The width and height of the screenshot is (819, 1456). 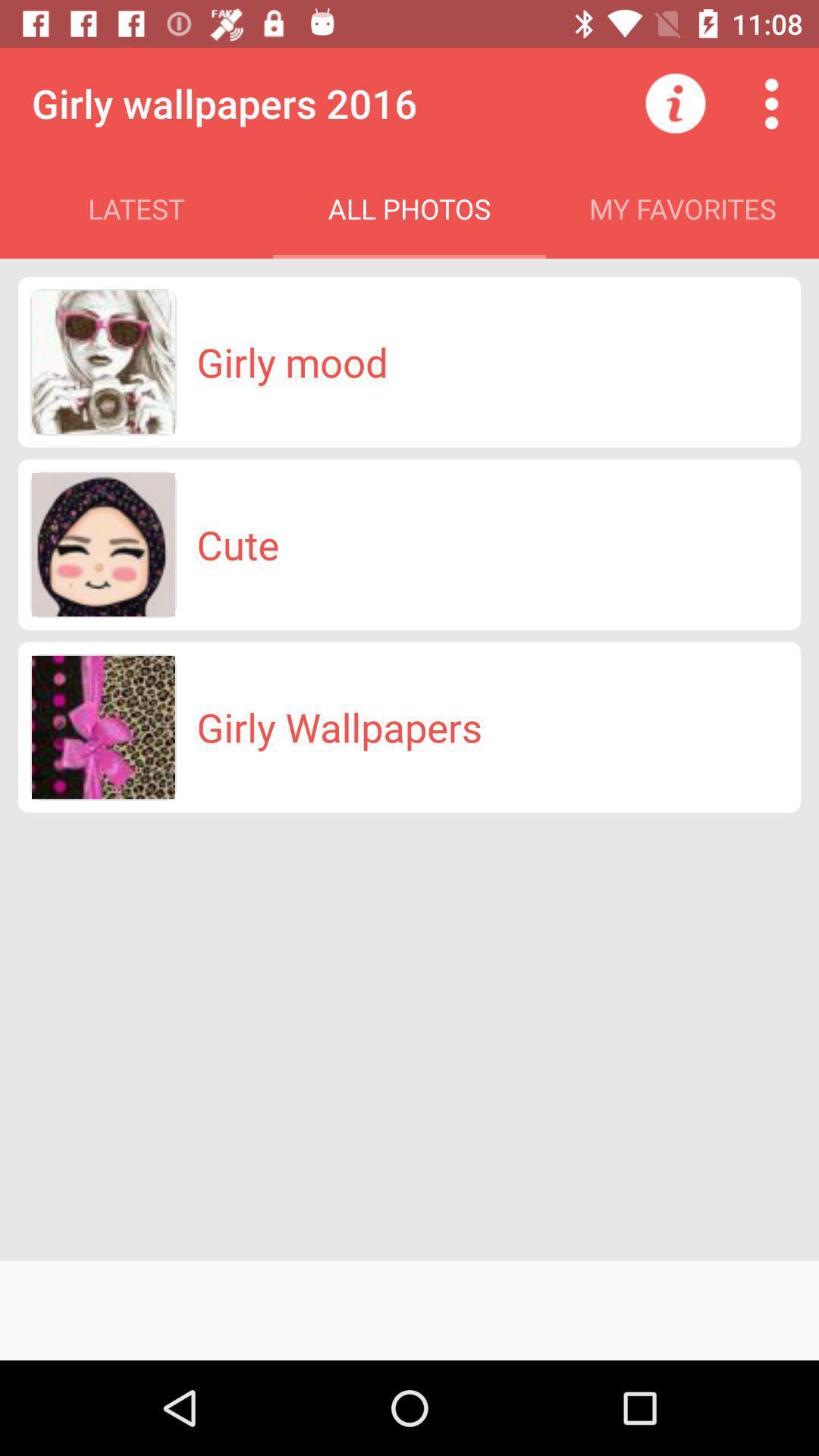 I want to click on the icon below the girly mood, so click(x=237, y=544).